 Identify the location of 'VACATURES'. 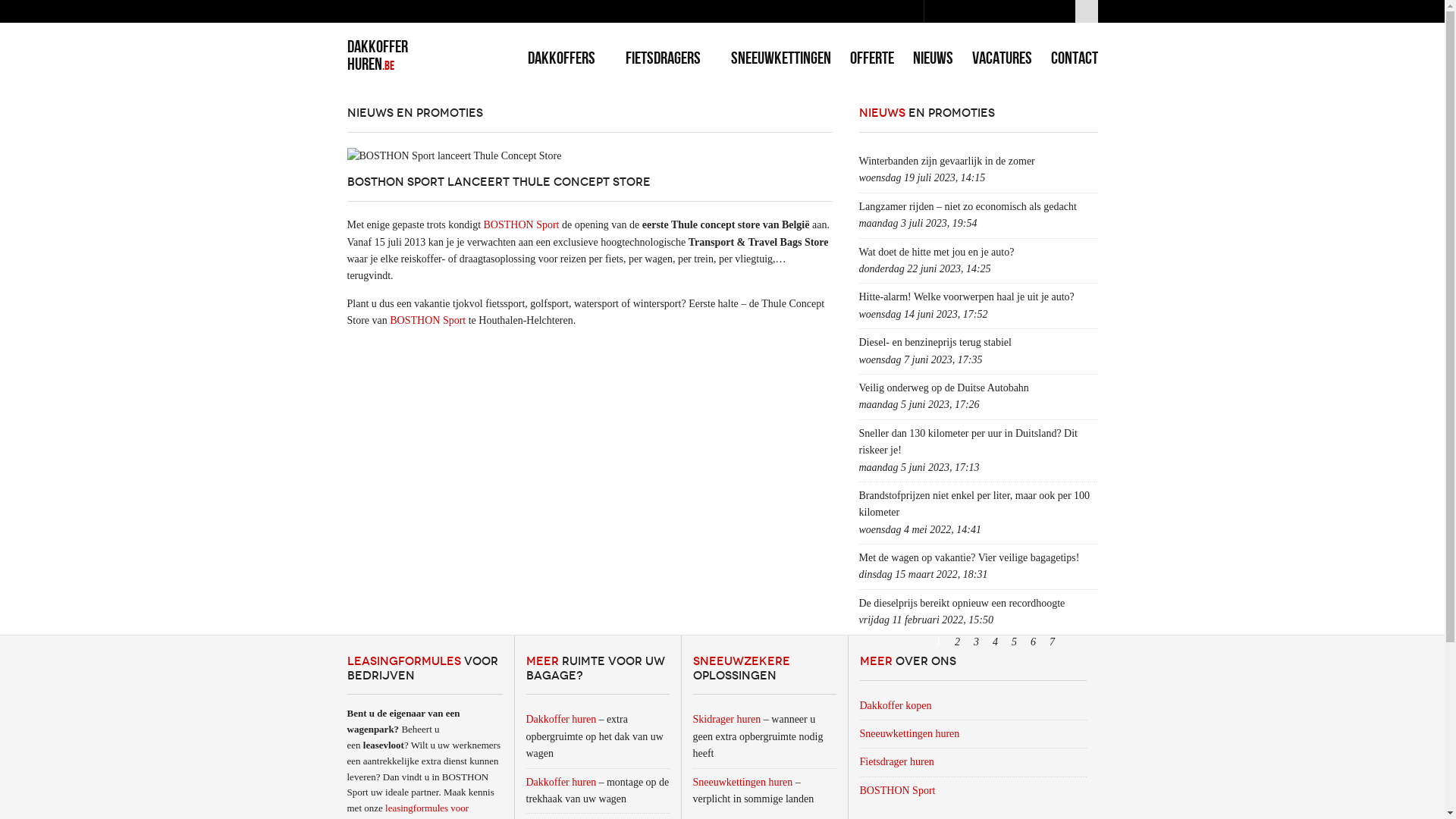
(1002, 57).